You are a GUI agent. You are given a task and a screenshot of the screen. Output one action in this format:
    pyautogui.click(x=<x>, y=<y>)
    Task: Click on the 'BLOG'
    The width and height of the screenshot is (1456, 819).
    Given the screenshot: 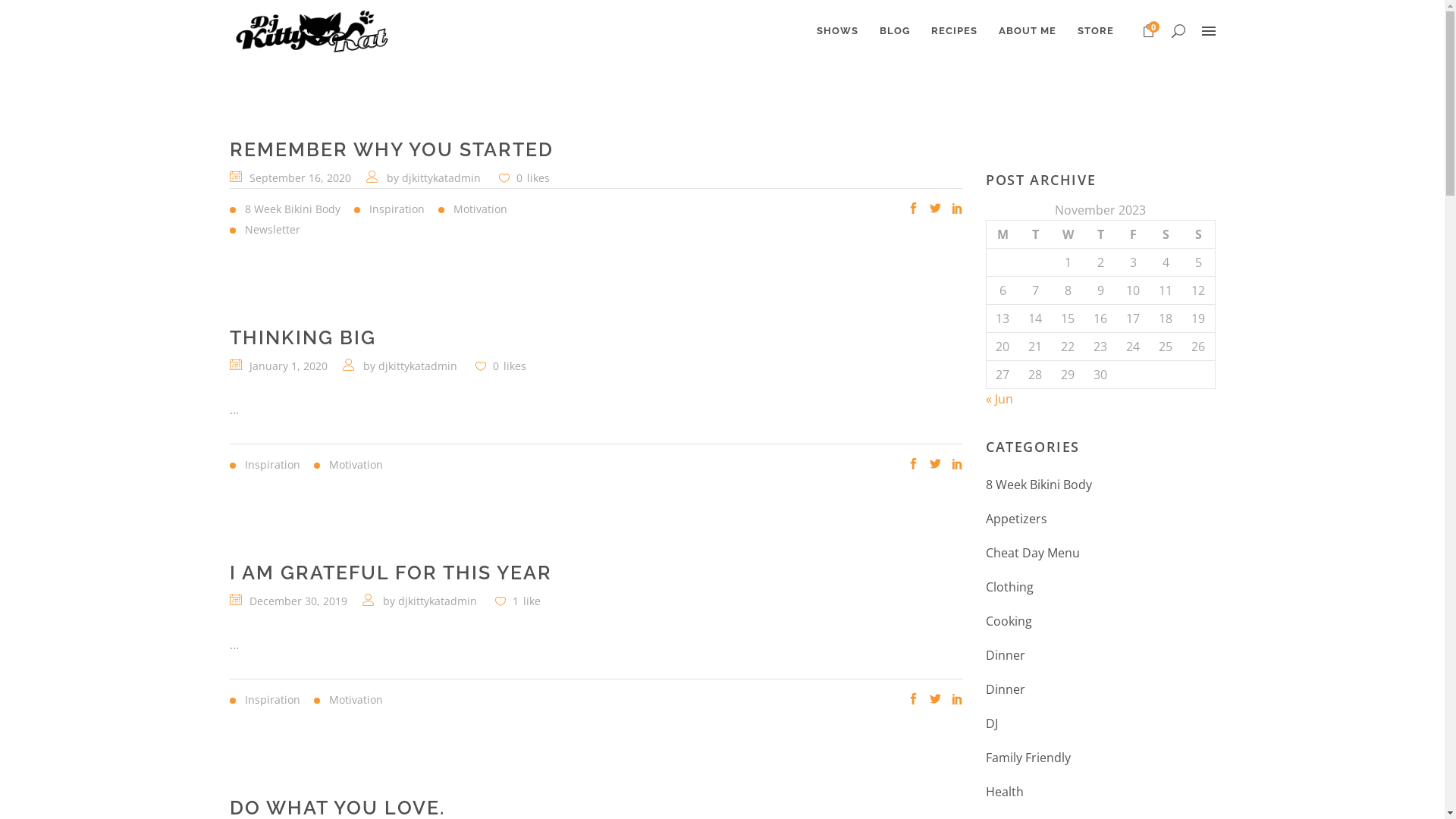 What is the action you would take?
    pyautogui.click(x=869, y=31)
    